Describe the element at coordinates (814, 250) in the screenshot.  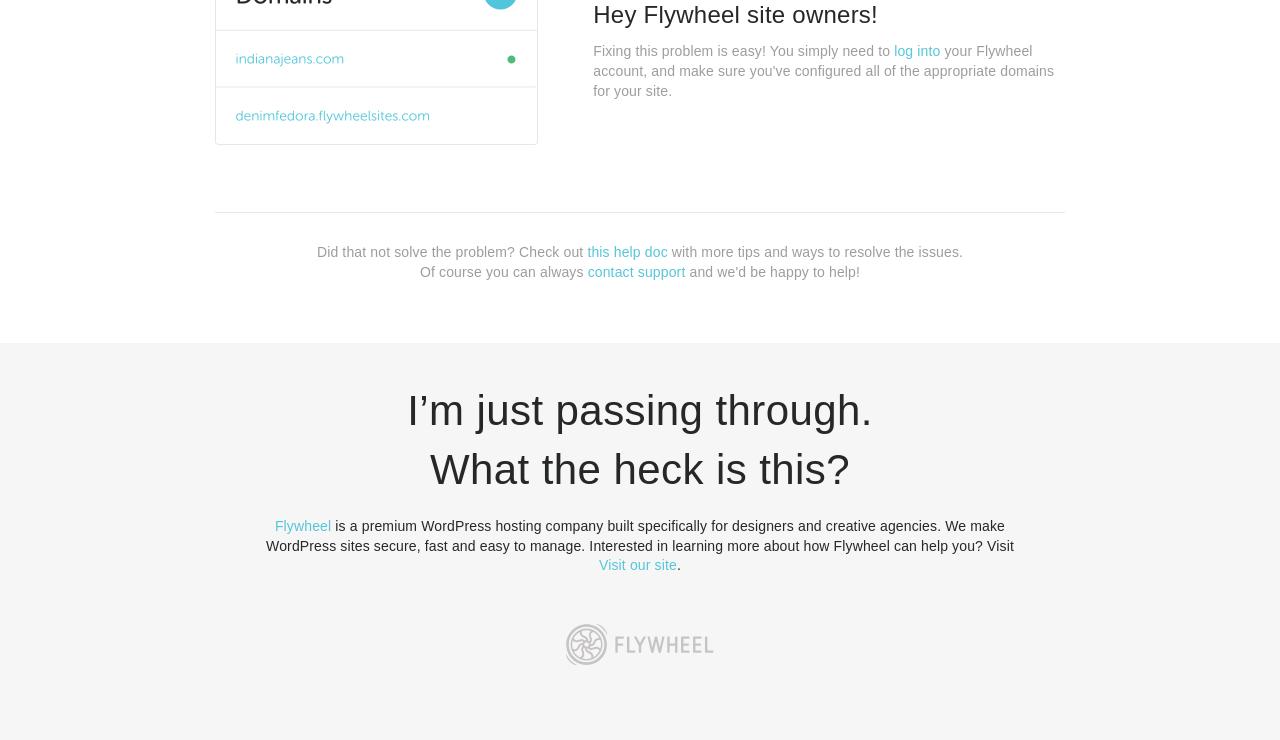
I see `'with more tips and ways to resolve the issues.'` at that location.